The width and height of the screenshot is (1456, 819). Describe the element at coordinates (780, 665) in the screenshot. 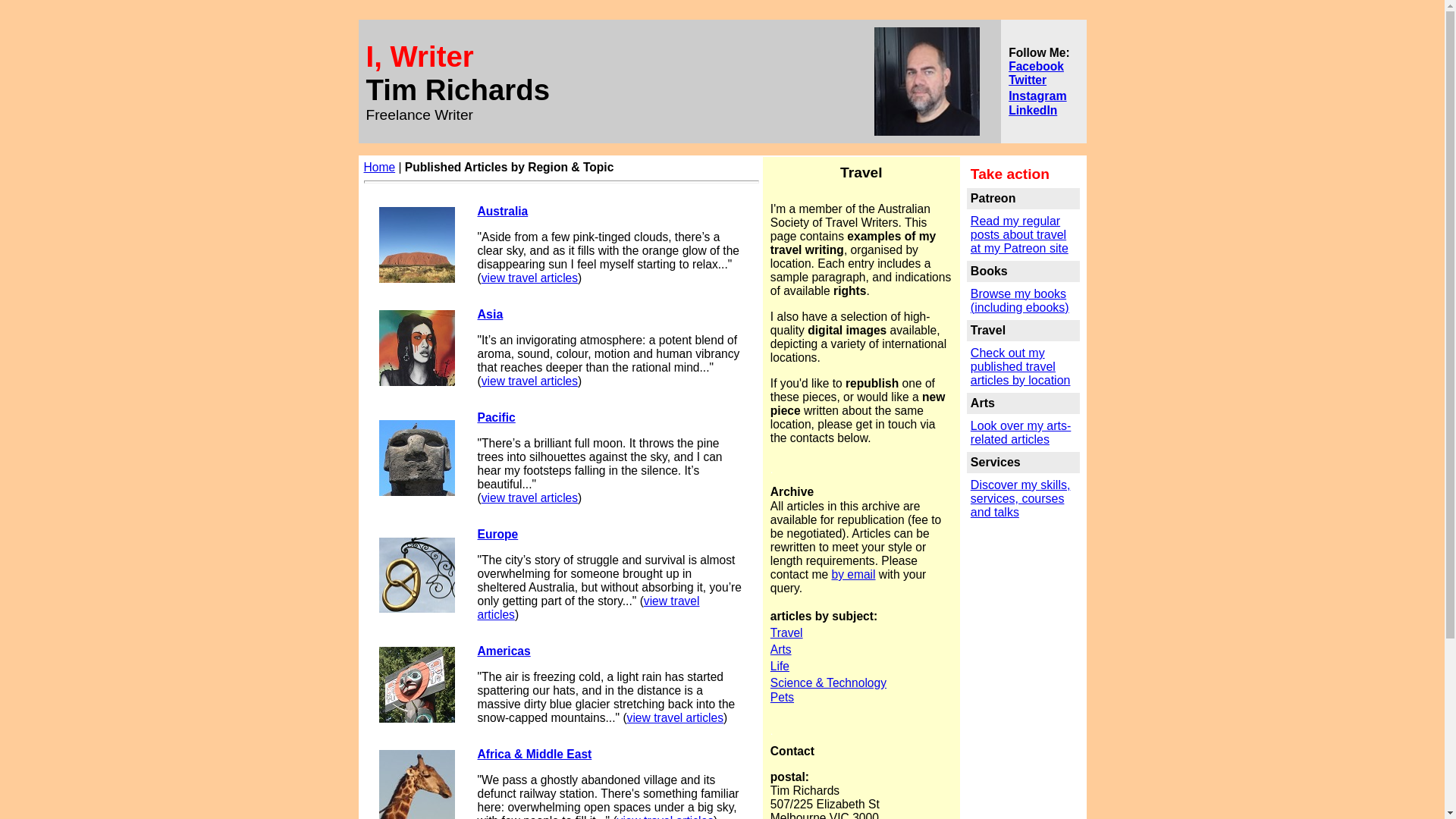

I see `'Life'` at that location.